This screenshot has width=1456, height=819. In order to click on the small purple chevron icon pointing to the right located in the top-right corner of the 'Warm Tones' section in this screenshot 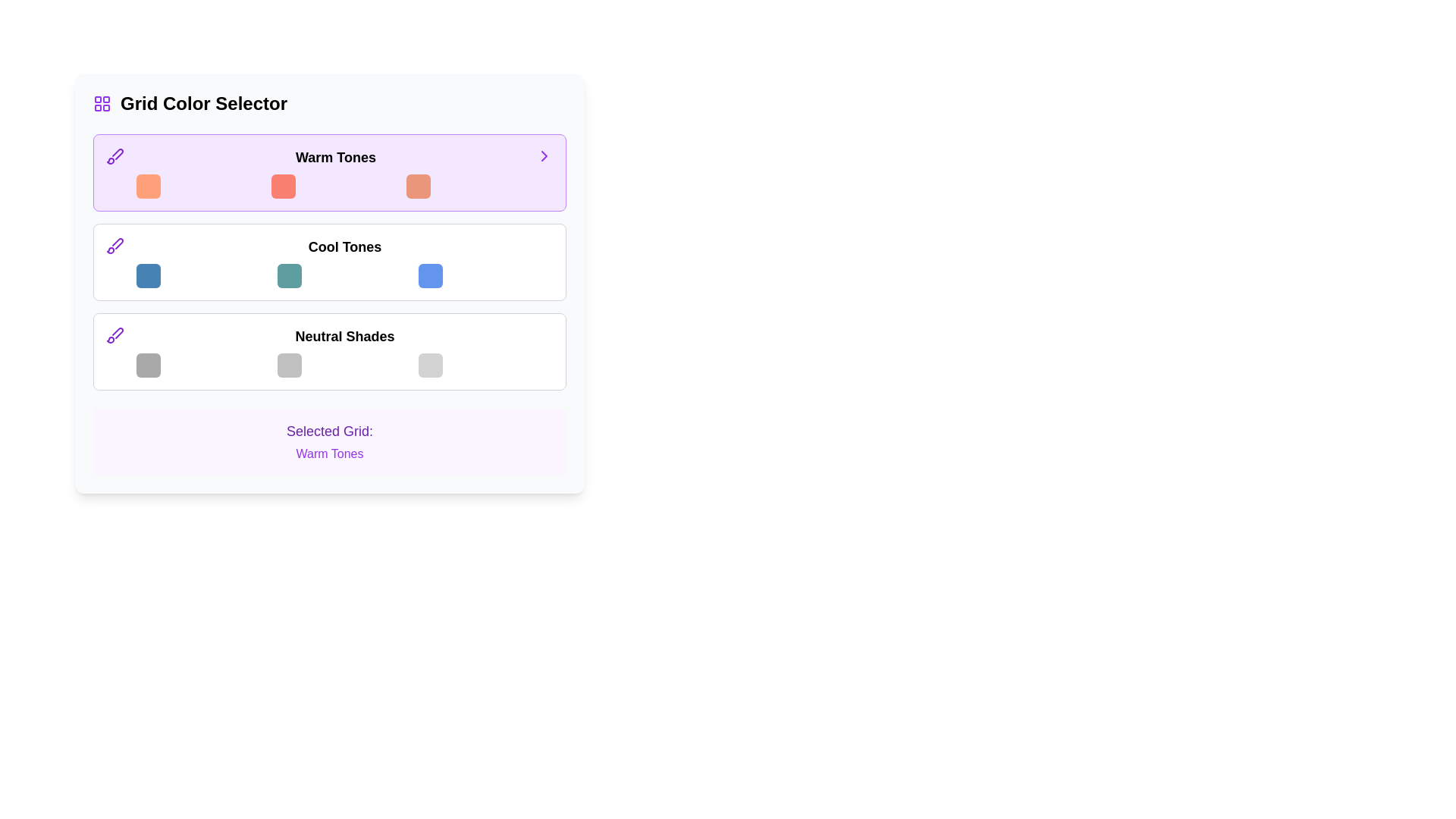, I will do `click(544, 155)`.